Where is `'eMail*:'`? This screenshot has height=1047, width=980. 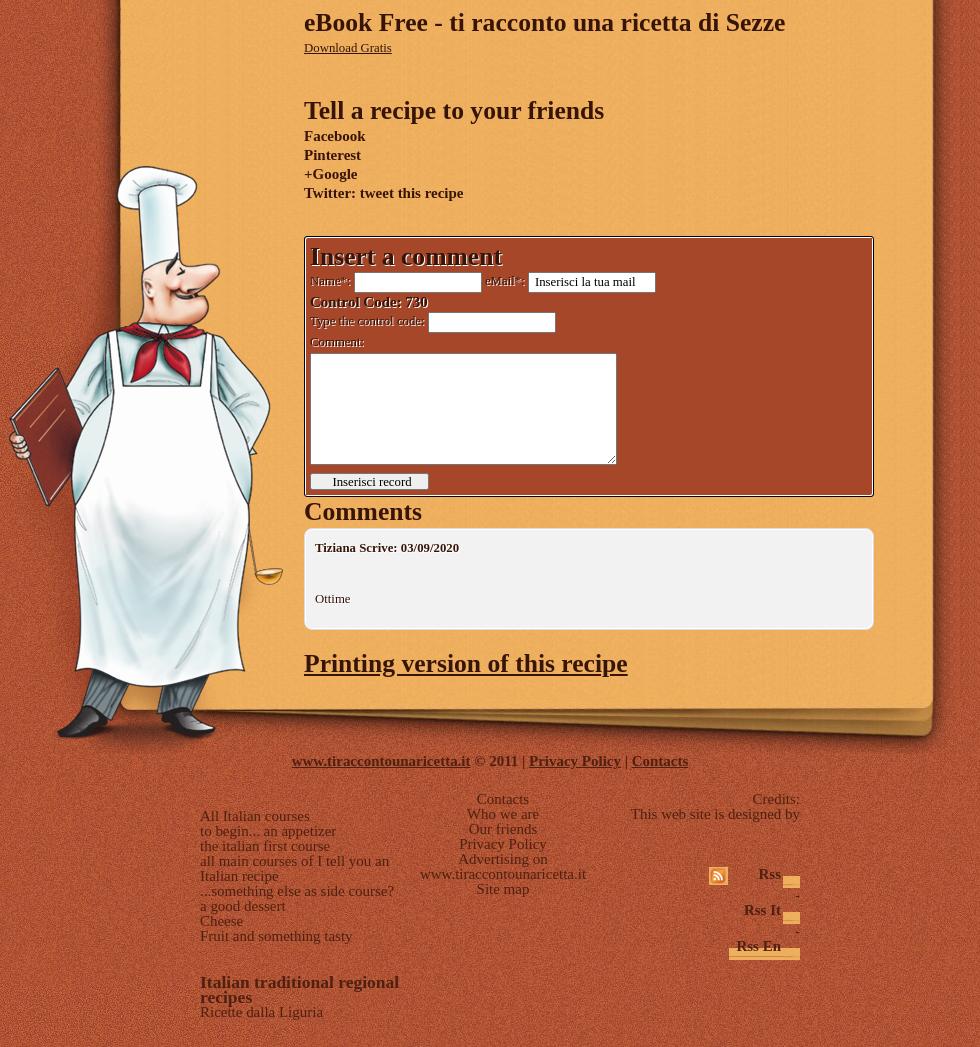
'eMail*:' is located at coordinates (504, 281).